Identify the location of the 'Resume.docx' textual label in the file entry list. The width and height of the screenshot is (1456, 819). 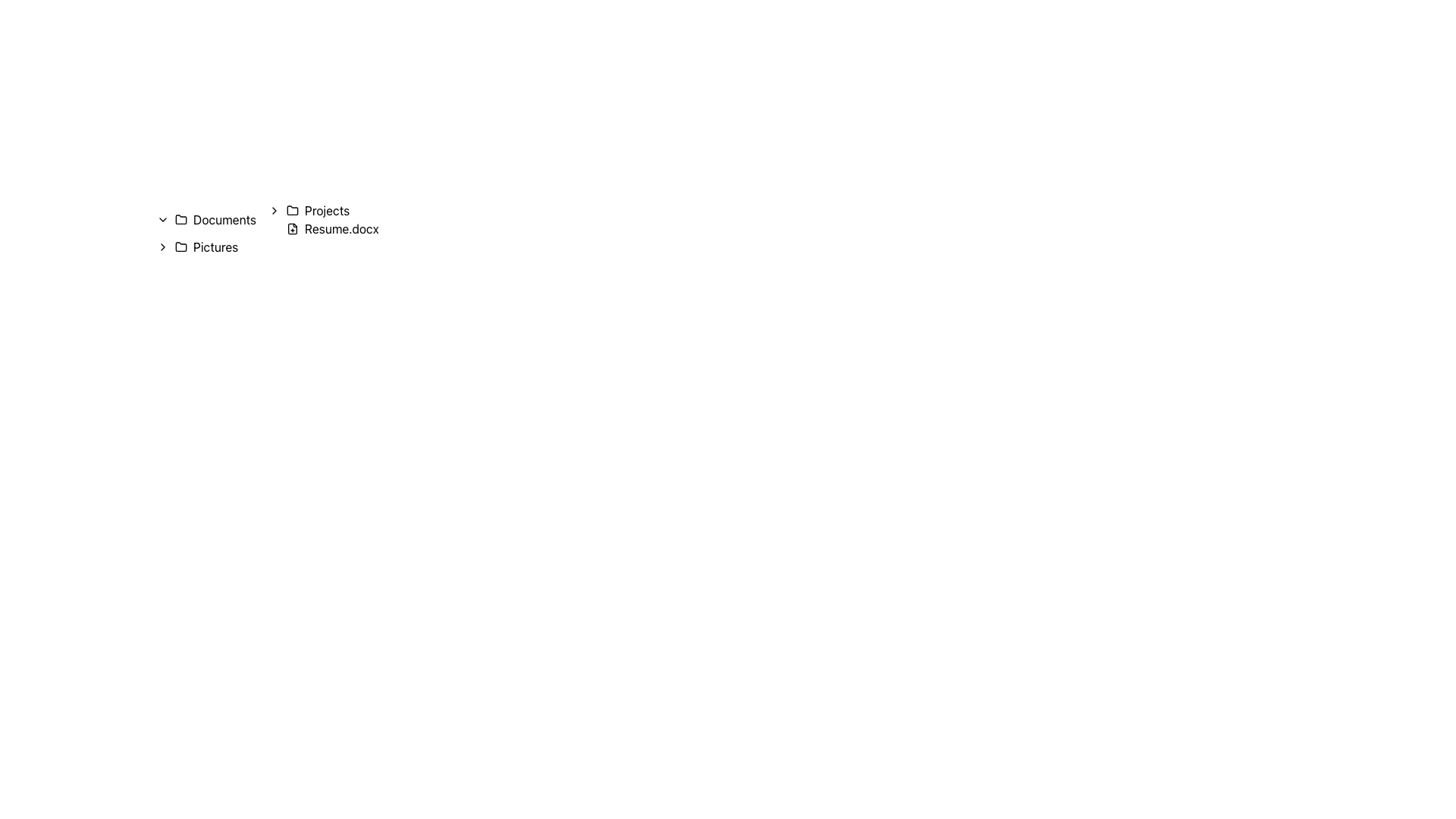
(340, 228).